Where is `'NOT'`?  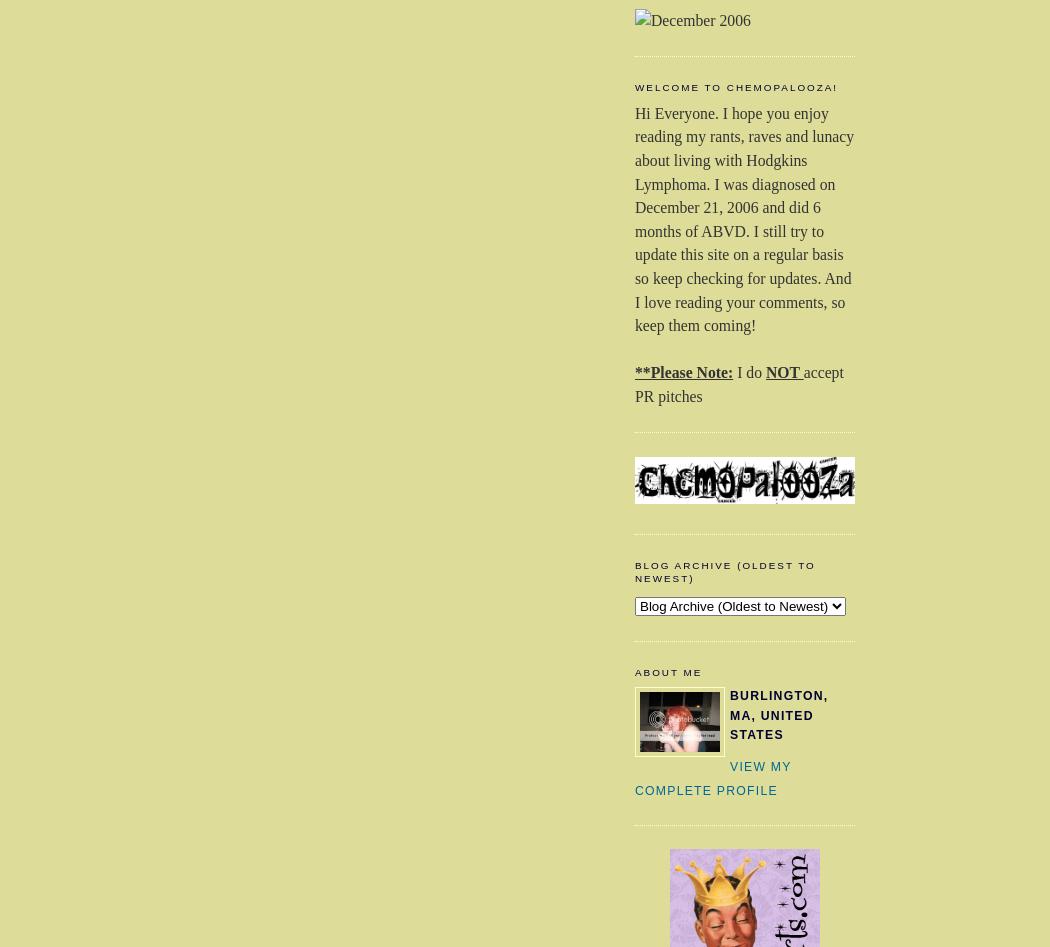 'NOT' is located at coordinates (784, 371).